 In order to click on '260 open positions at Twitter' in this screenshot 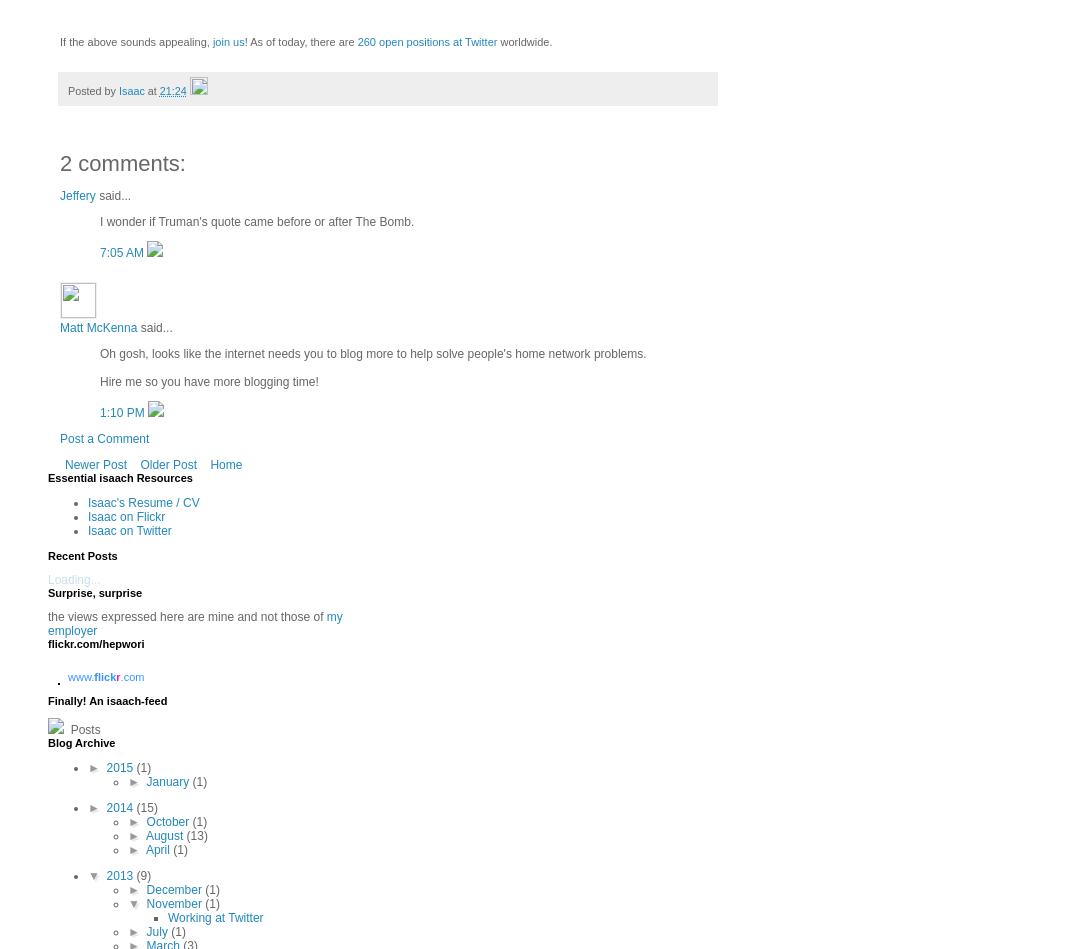, I will do `click(356, 42)`.